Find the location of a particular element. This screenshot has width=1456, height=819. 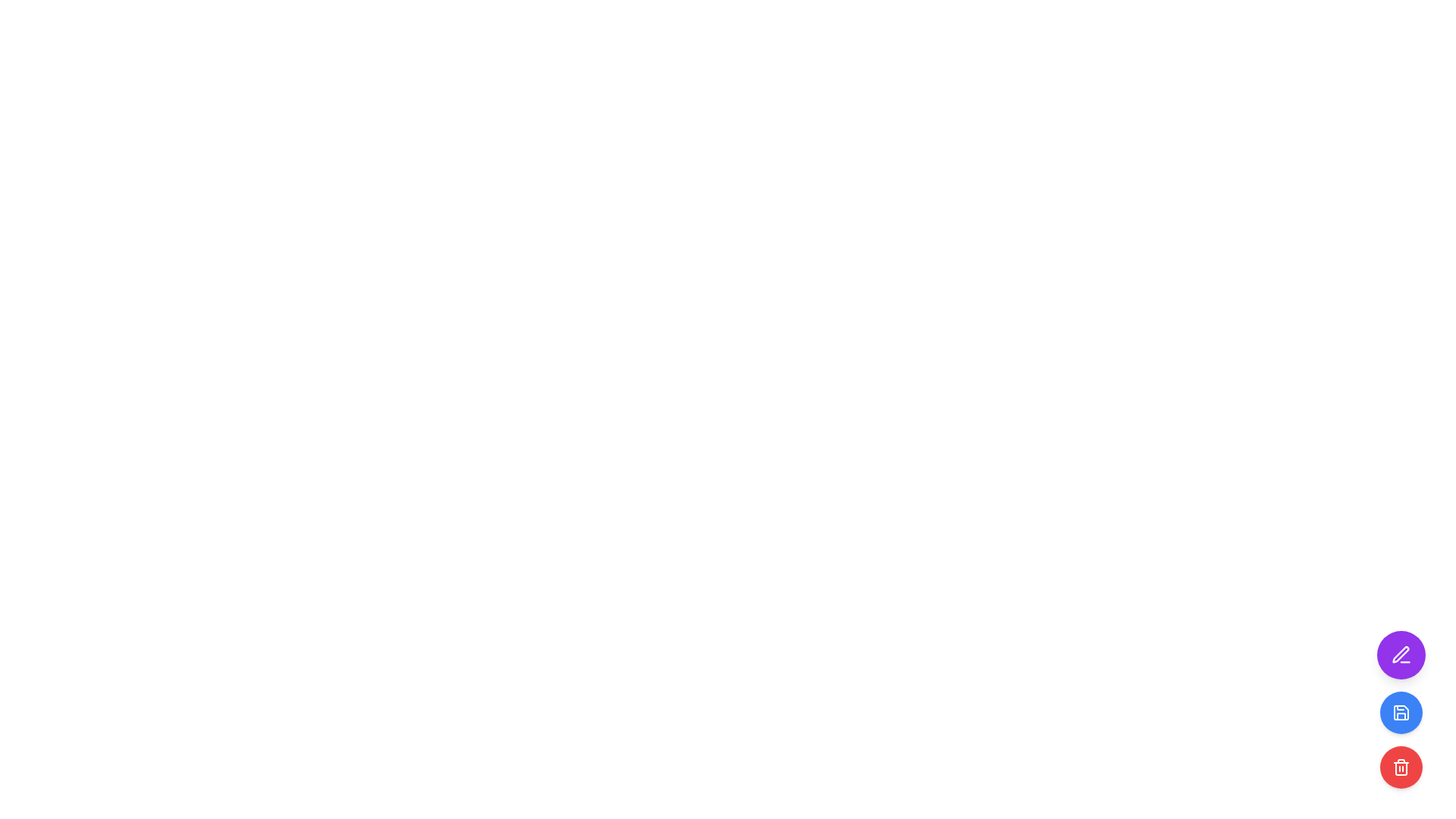

the circular save button located in the middle of a vertical stack of three buttons at the bottom-right corner of the interface is located at coordinates (1401, 710).